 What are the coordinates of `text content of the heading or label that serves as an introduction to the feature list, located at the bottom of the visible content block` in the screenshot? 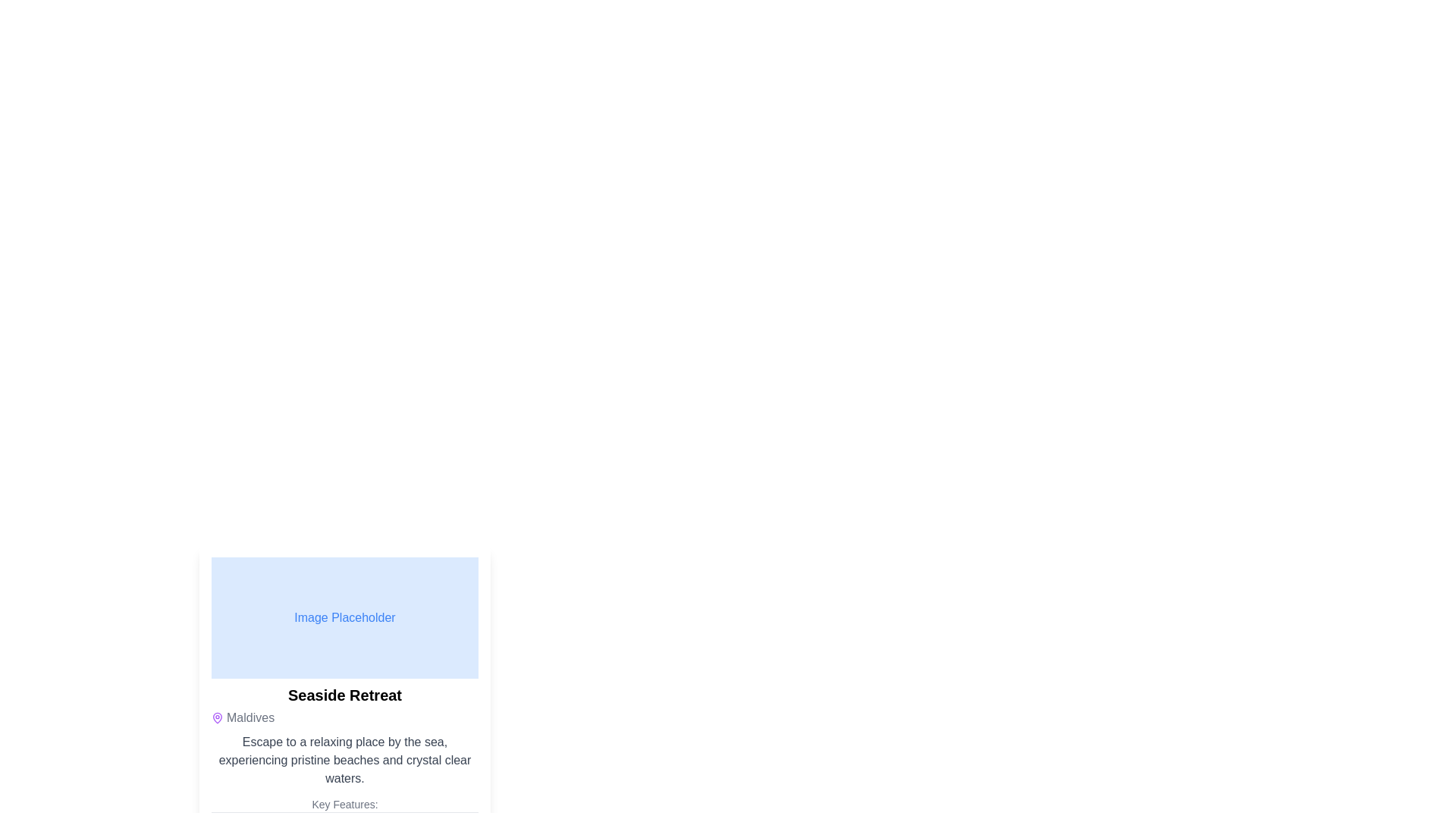 It's located at (344, 803).